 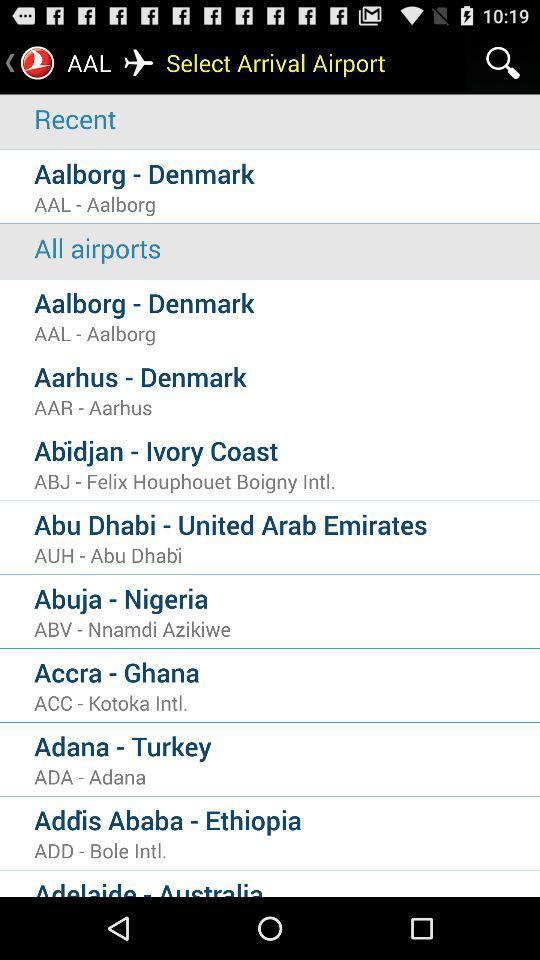 I want to click on the item above adelaide - australia item, so click(x=286, y=849).